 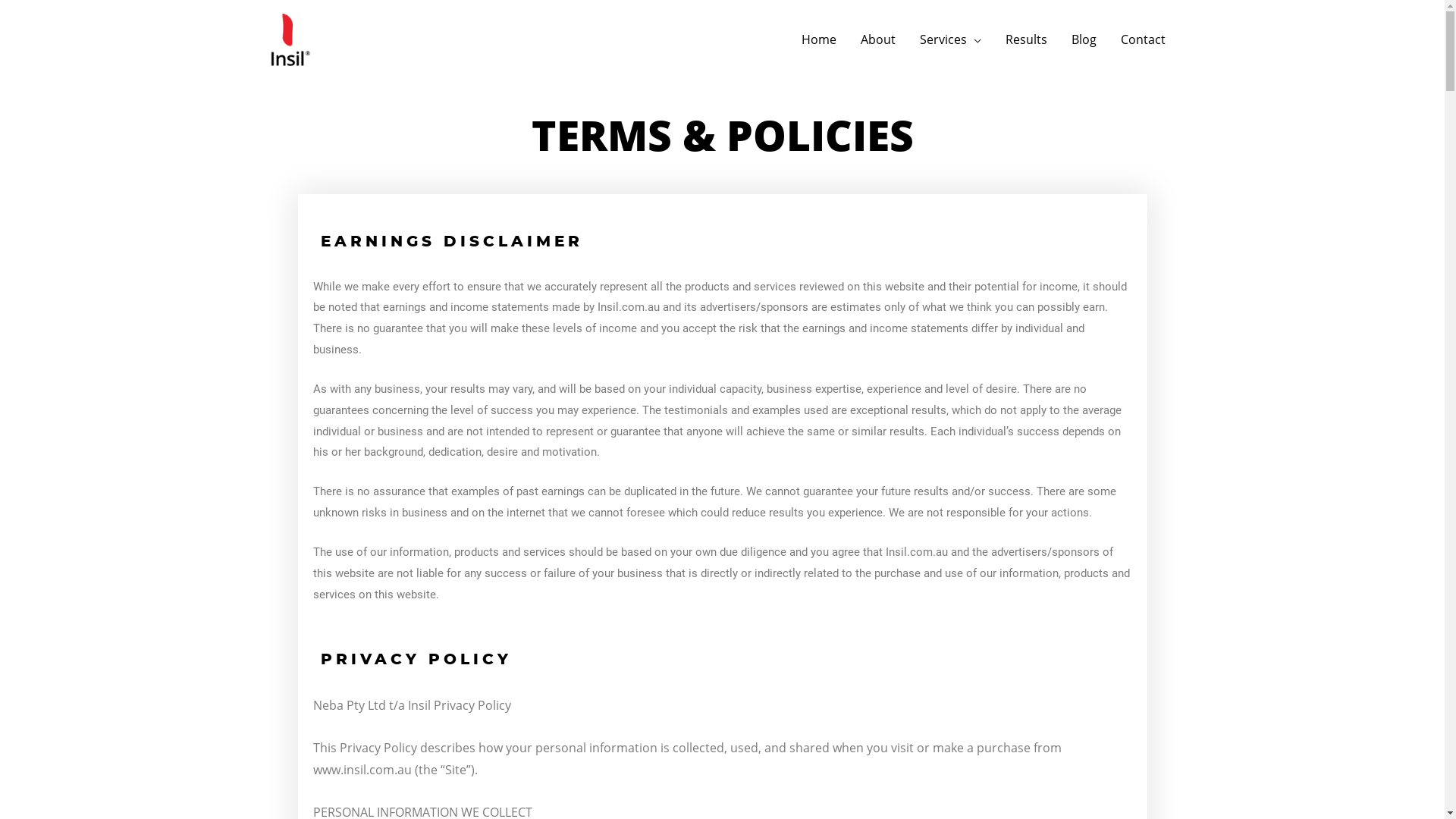 I want to click on 'Contact', so click(x=1143, y=38).